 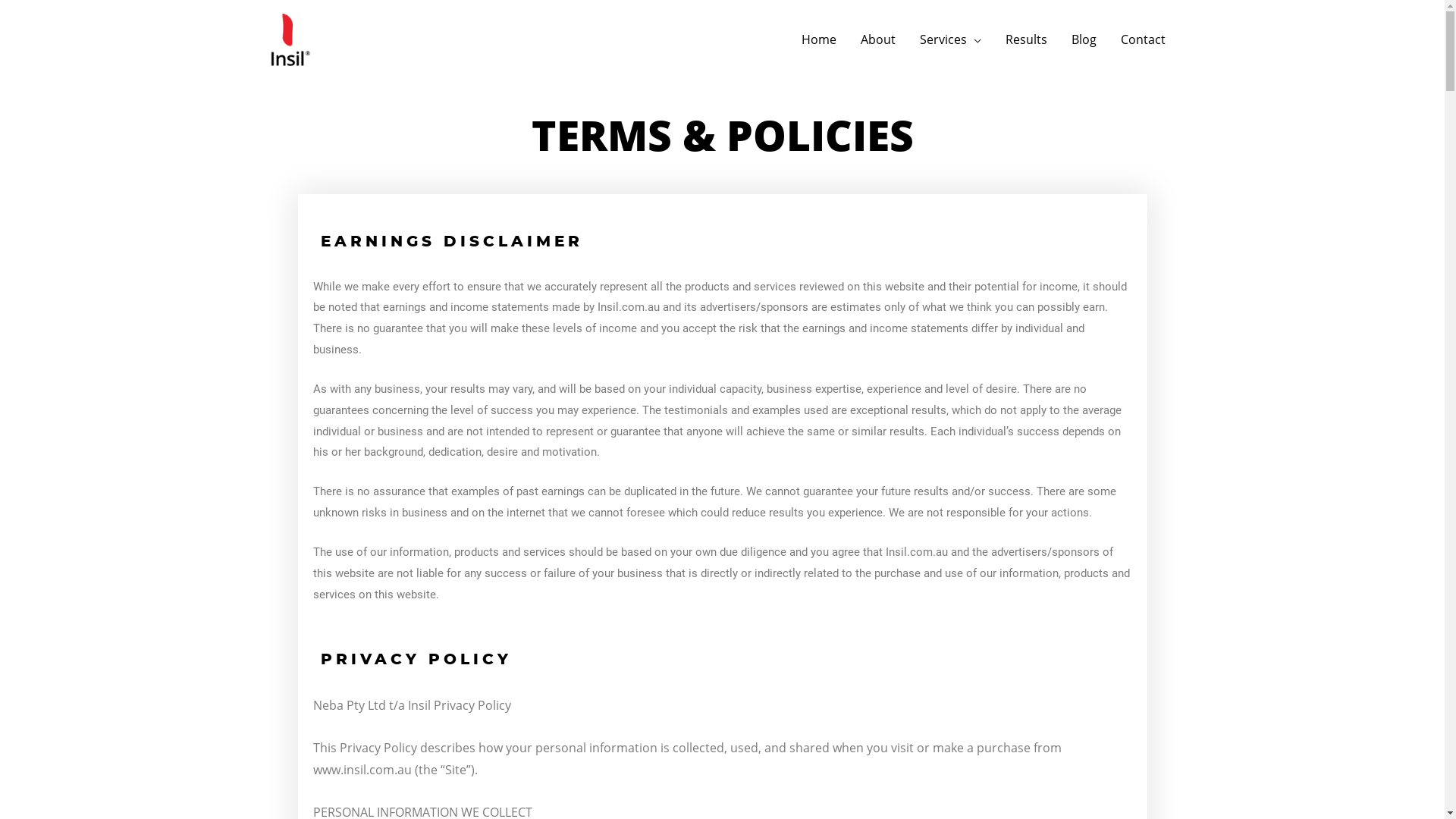 I want to click on 'Contact', so click(x=1143, y=38).